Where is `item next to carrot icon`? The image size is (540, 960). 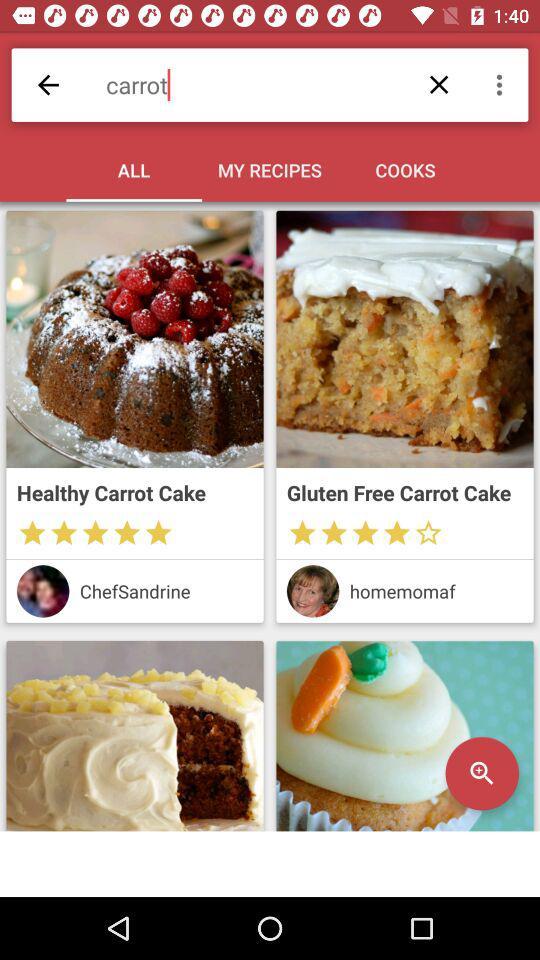 item next to carrot icon is located at coordinates (48, 85).